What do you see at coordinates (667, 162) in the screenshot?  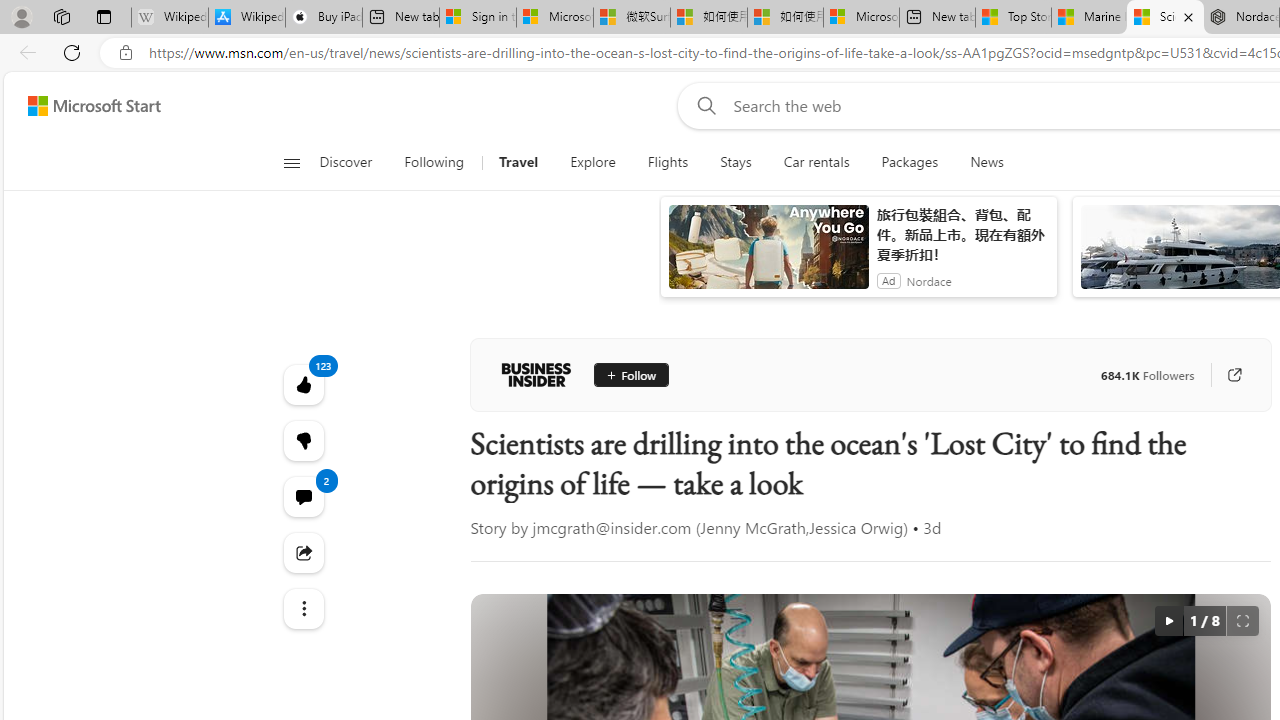 I see `'Flights'` at bounding box center [667, 162].